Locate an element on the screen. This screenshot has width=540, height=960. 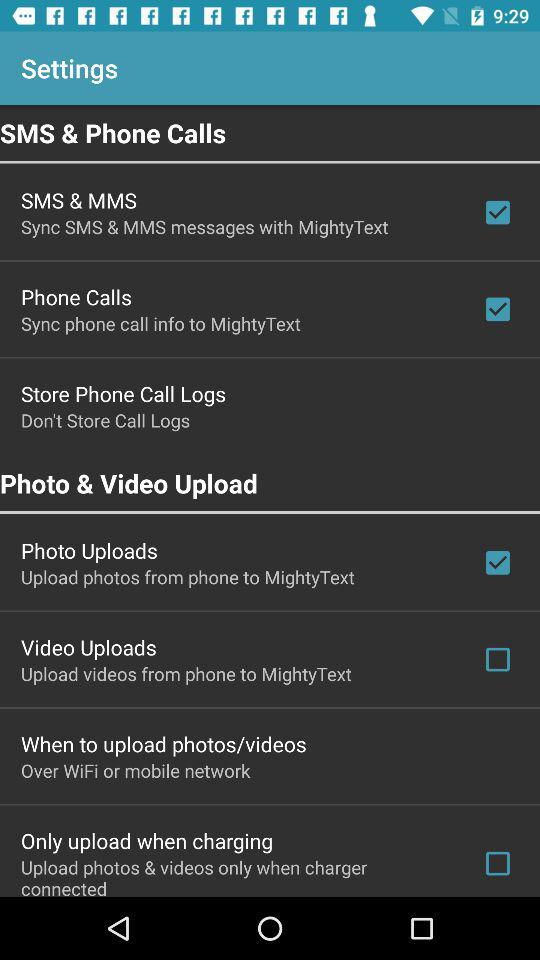
icon below don t store app is located at coordinates (270, 482).